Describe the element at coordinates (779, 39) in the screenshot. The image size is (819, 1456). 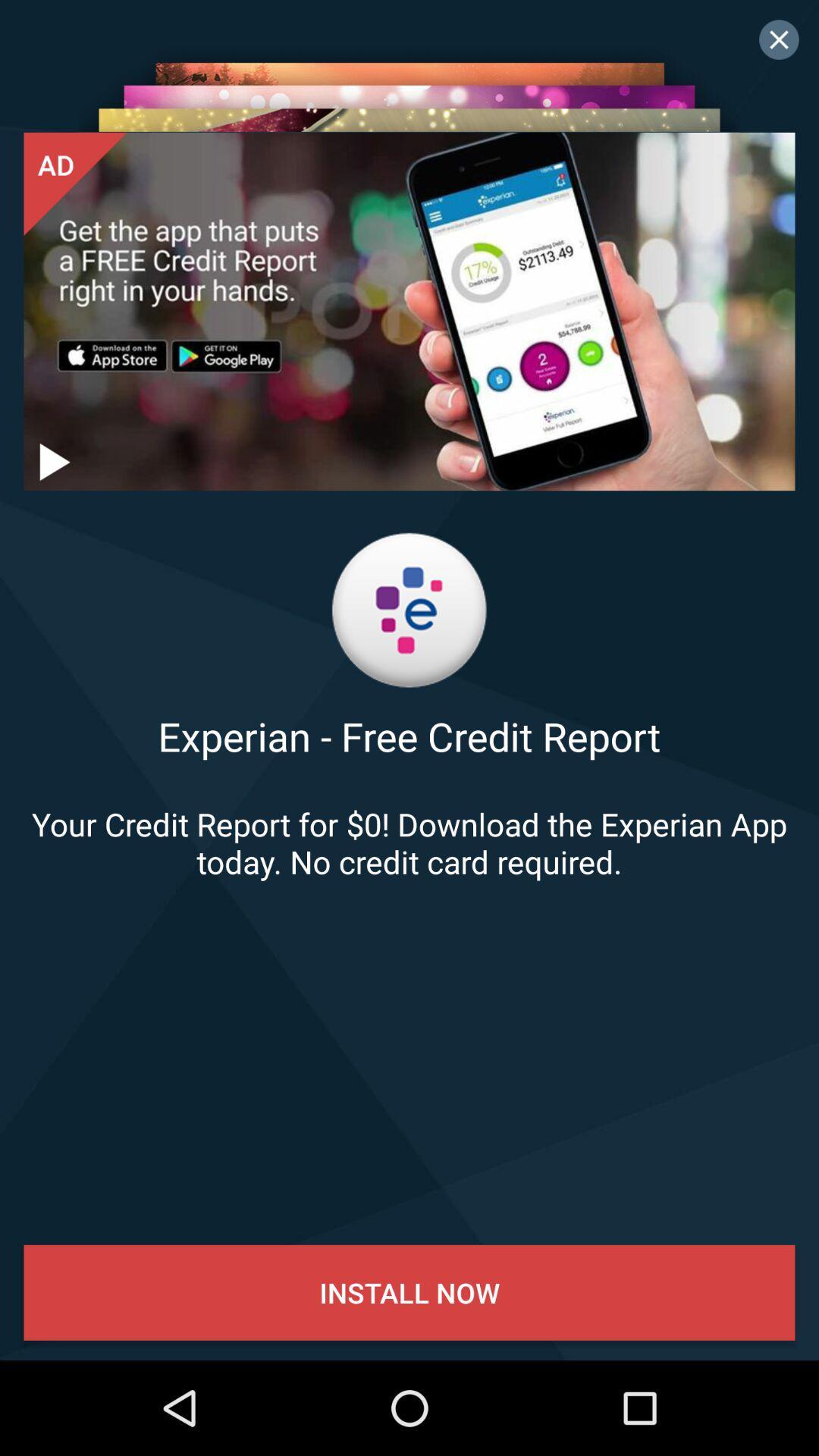
I see `the icon at the top right corner` at that location.